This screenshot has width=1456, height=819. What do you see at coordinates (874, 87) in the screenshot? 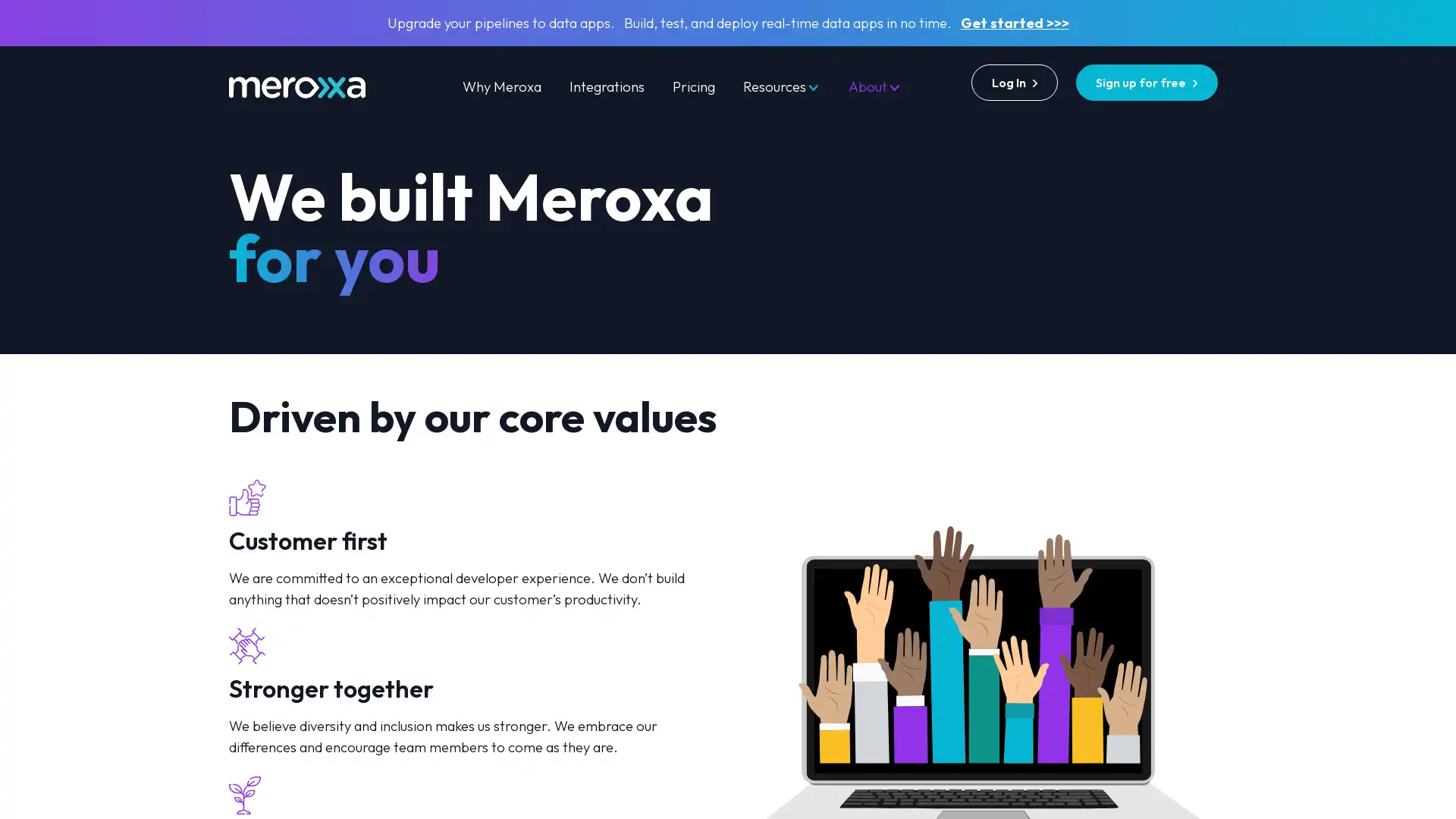
I see `About` at bounding box center [874, 87].